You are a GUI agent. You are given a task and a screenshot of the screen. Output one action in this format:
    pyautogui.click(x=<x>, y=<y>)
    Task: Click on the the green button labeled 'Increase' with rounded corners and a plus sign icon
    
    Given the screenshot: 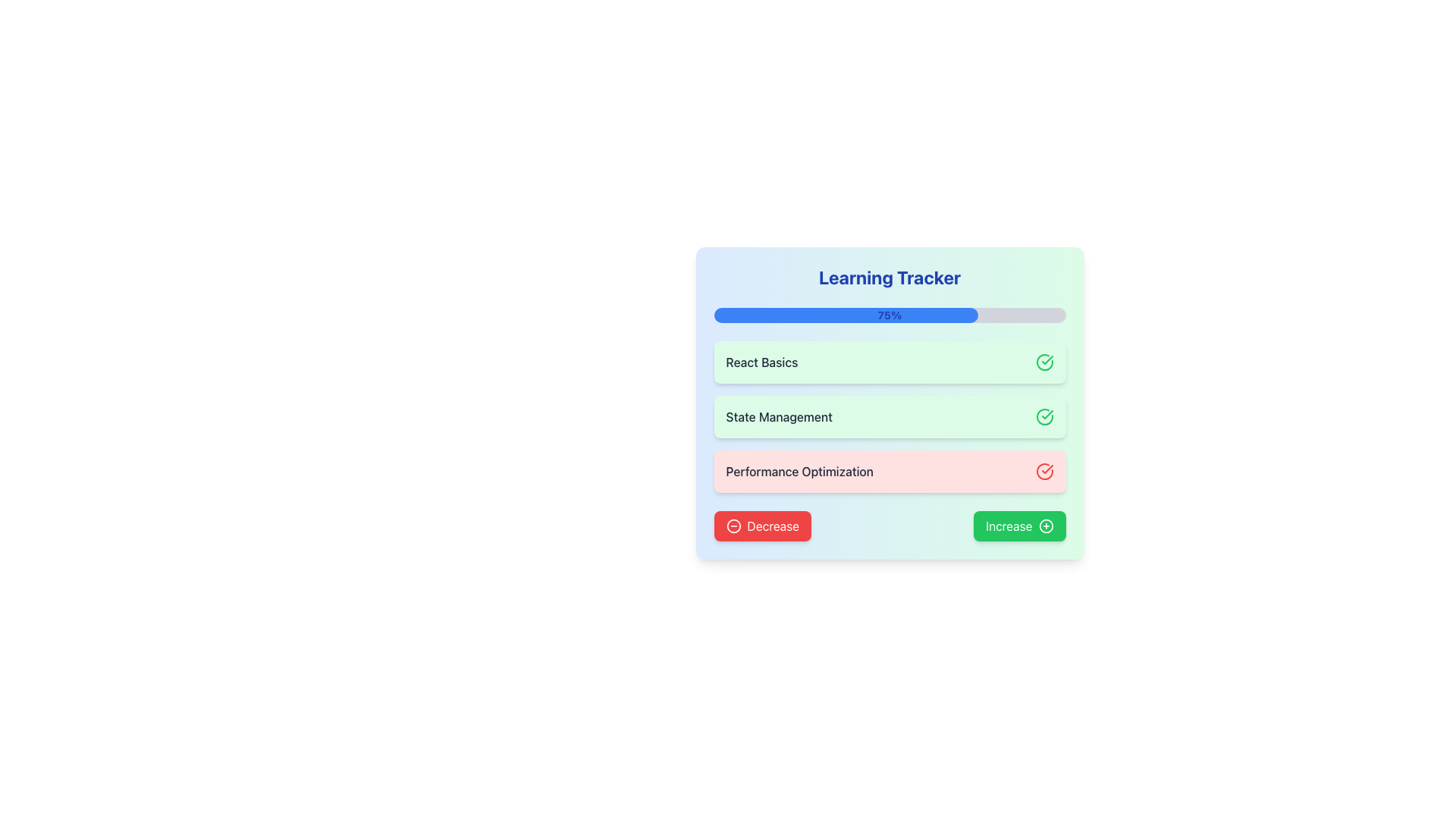 What is the action you would take?
    pyautogui.click(x=1019, y=526)
    